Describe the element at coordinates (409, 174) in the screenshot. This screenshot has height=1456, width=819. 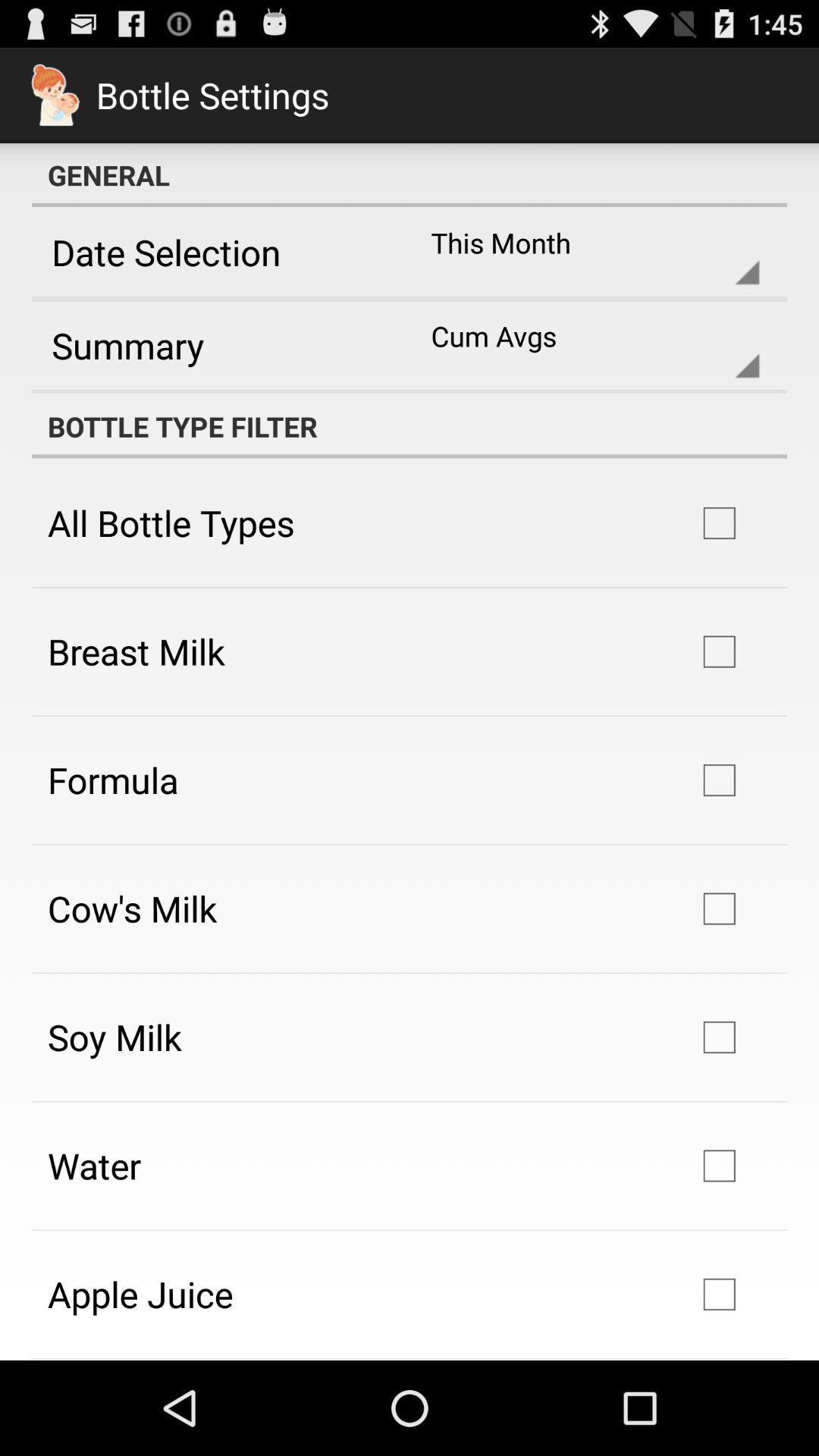
I see `item above date selection app` at that location.